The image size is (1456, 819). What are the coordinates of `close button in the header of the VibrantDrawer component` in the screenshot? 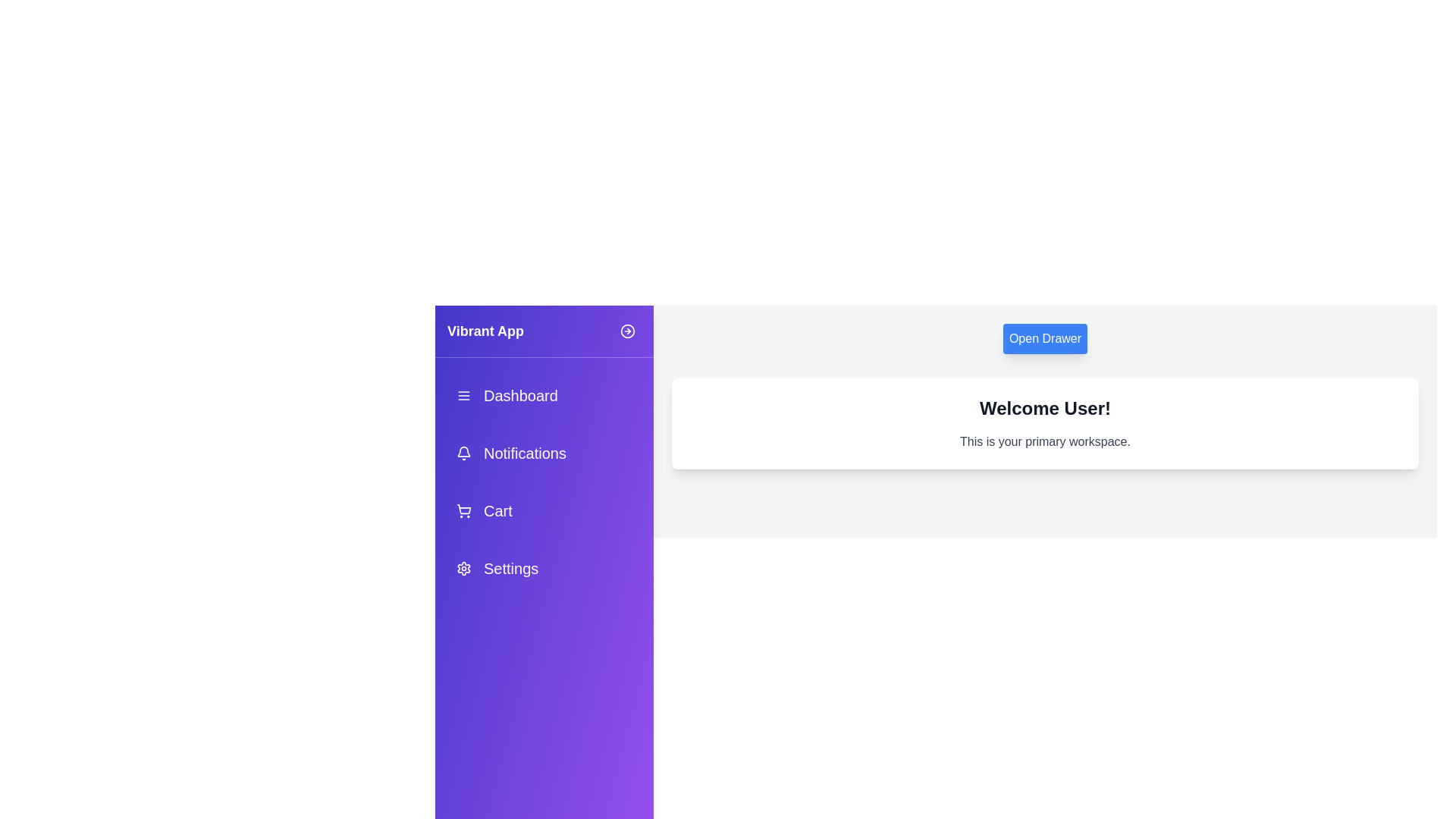 It's located at (628, 330).